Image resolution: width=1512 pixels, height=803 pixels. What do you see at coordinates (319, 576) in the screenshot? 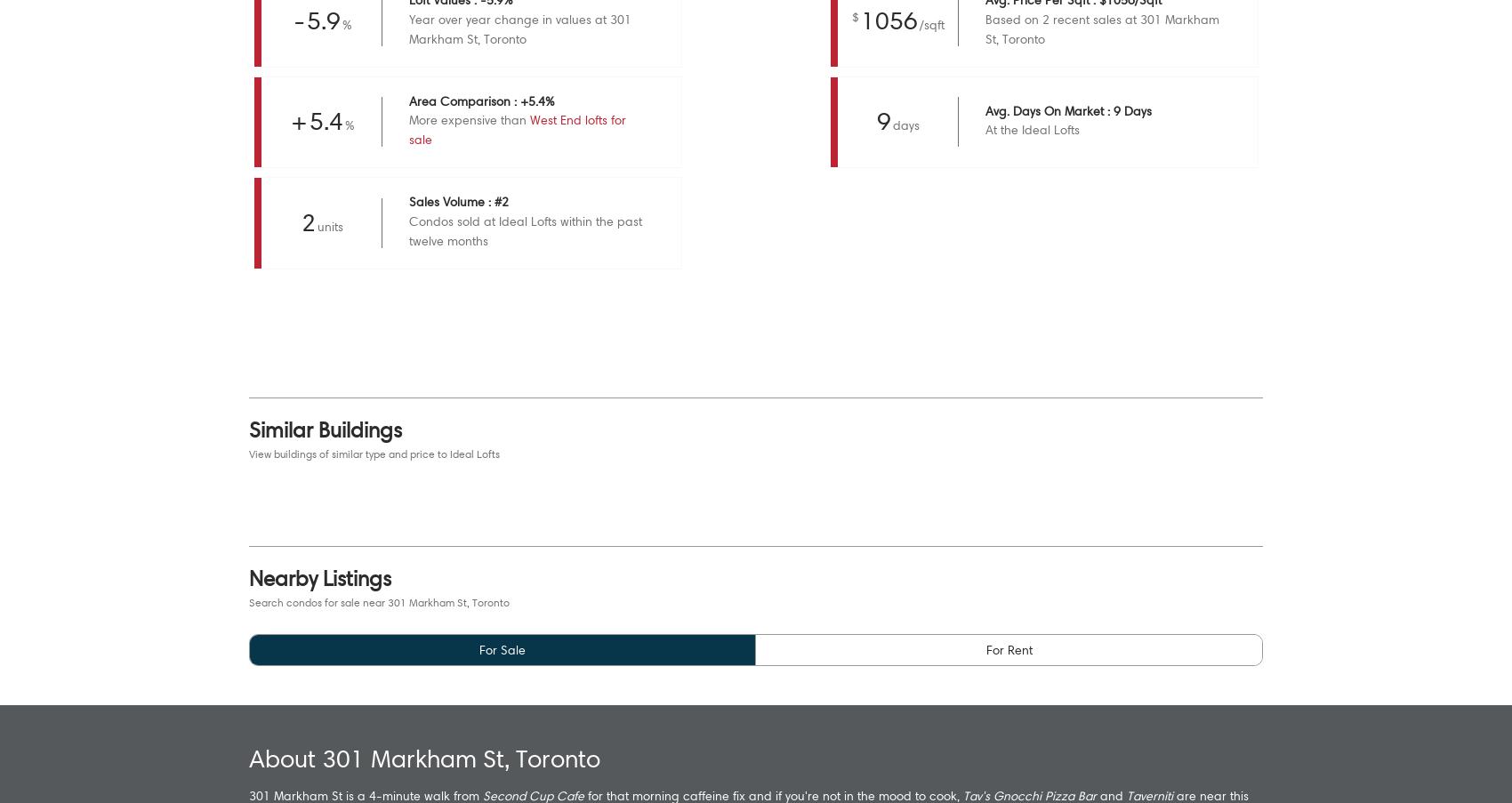
I see `'Nearby Listings'` at bounding box center [319, 576].